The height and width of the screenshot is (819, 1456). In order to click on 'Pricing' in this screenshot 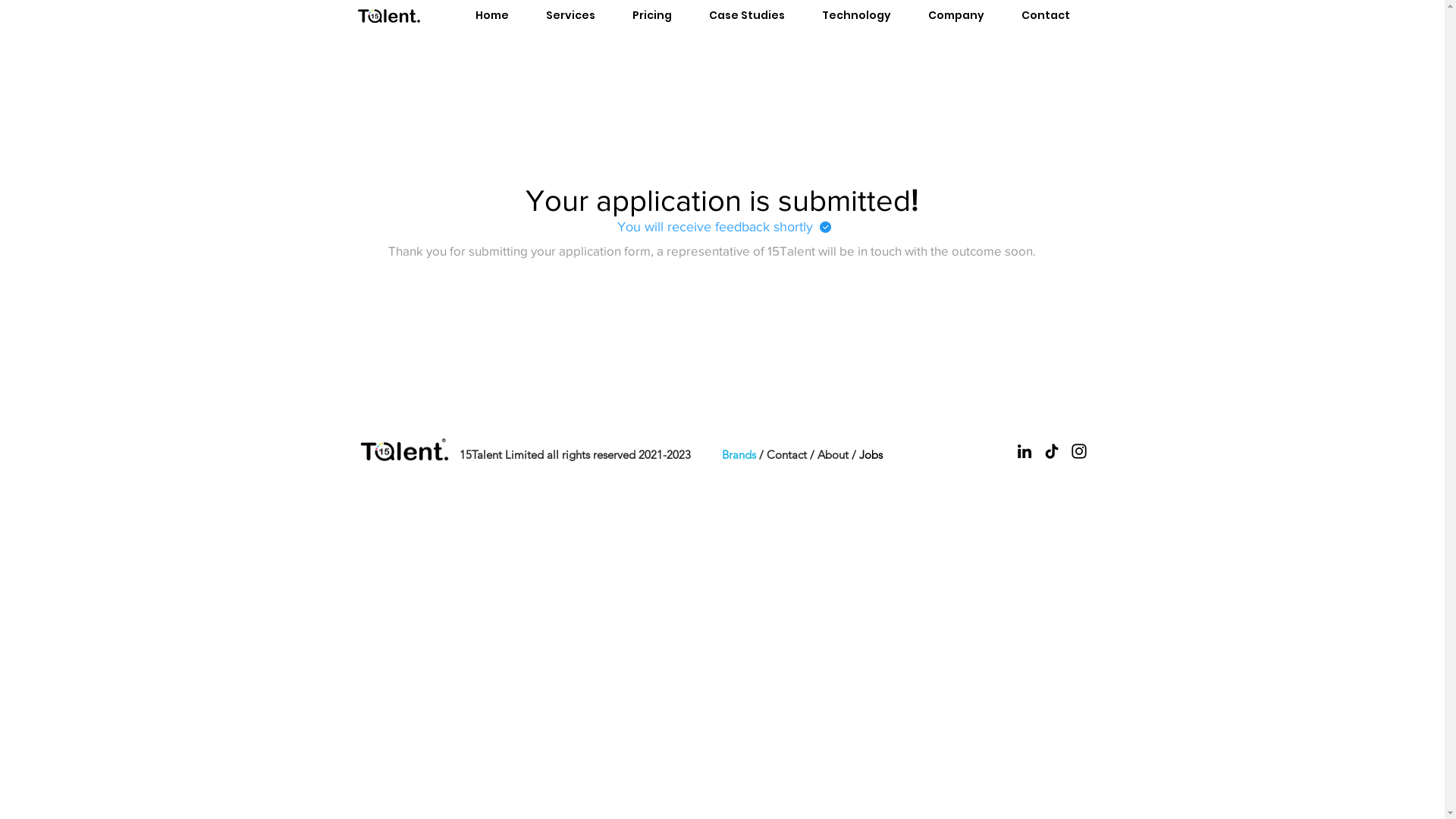, I will do `click(652, 15)`.